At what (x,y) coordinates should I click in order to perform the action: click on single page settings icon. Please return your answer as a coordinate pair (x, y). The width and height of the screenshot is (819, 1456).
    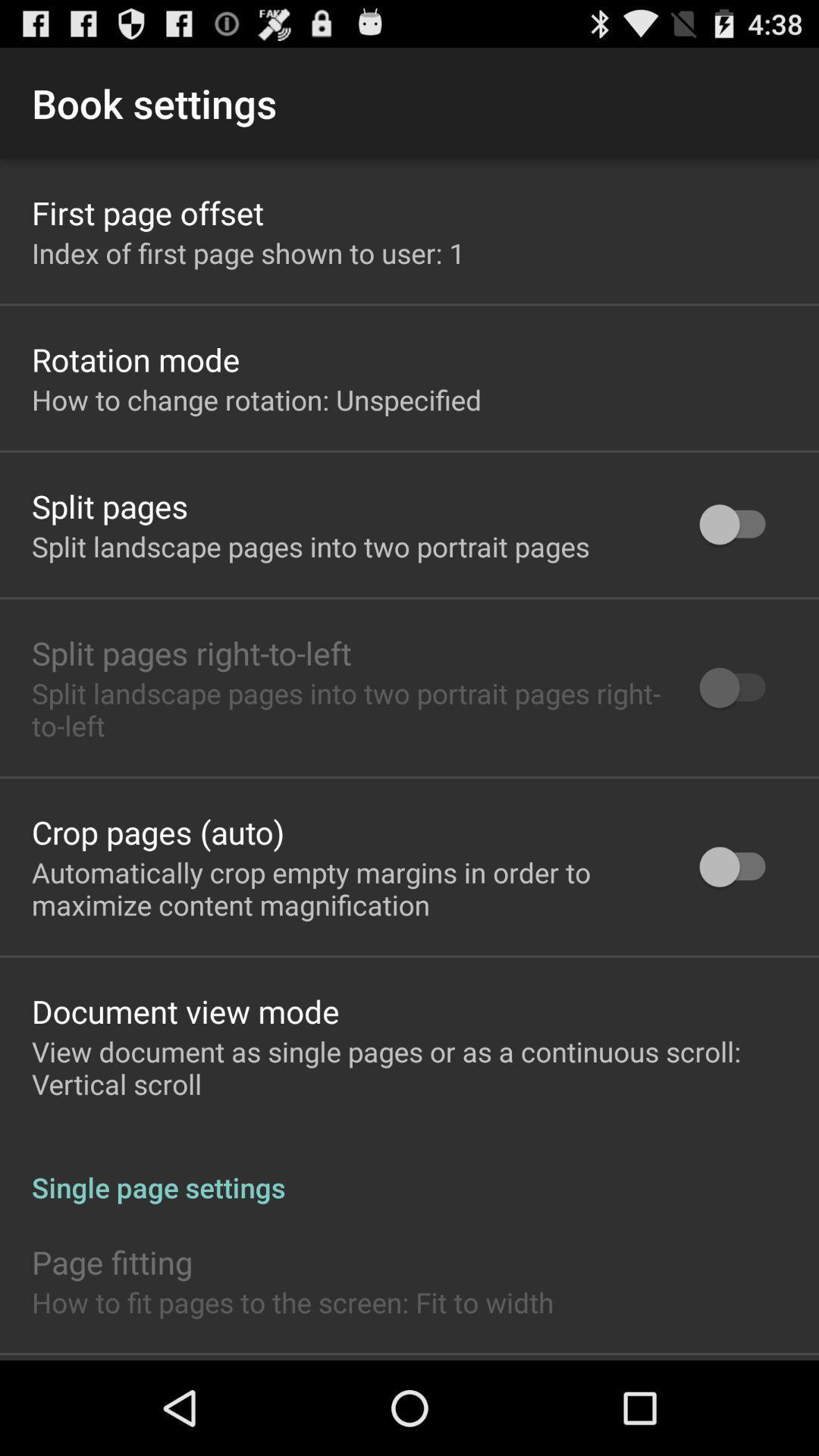
    Looking at the image, I should click on (409, 1171).